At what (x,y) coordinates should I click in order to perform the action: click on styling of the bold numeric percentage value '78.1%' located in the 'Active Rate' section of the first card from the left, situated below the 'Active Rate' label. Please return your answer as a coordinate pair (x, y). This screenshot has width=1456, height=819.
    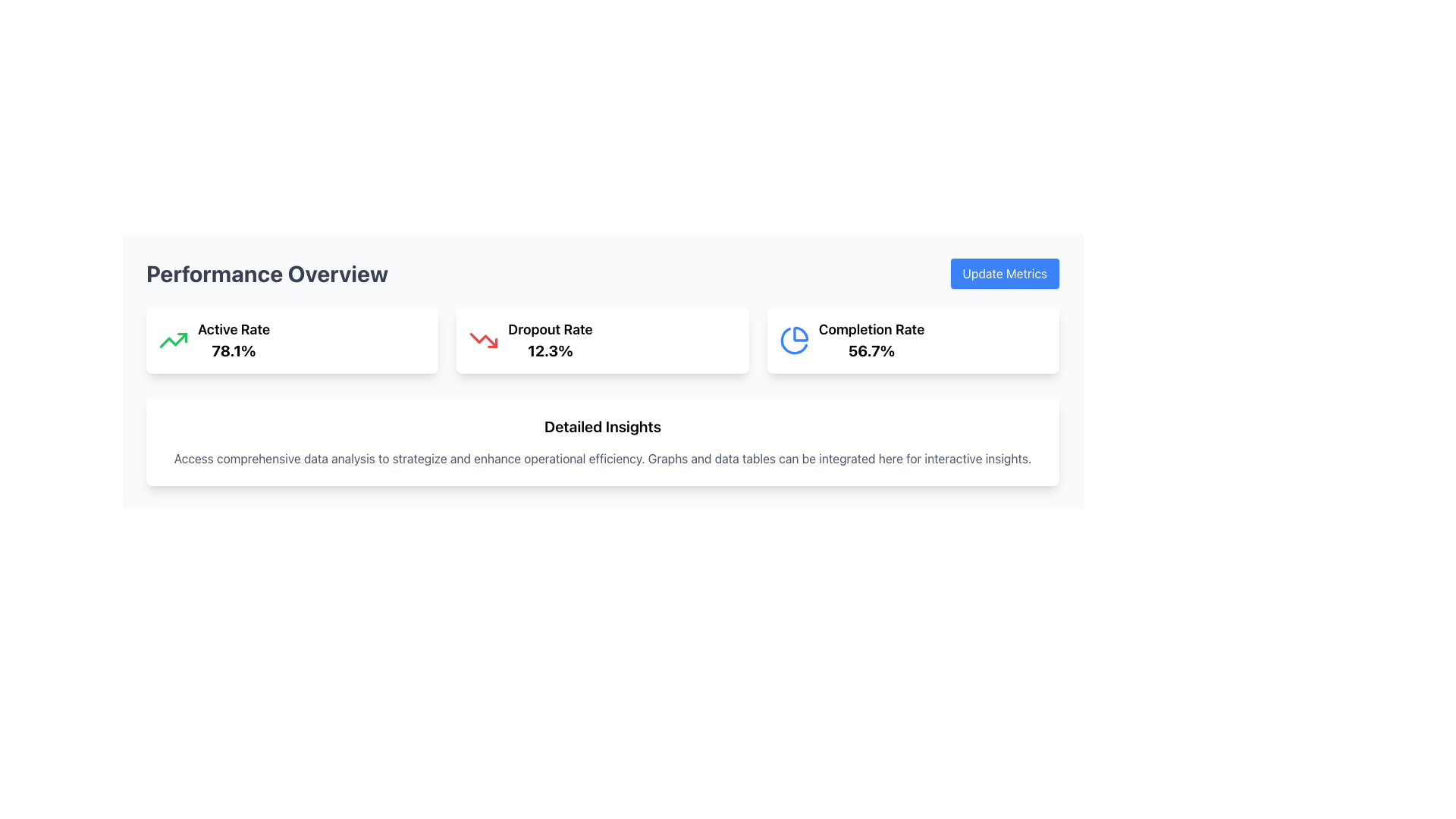
    Looking at the image, I should click on (233, 350).